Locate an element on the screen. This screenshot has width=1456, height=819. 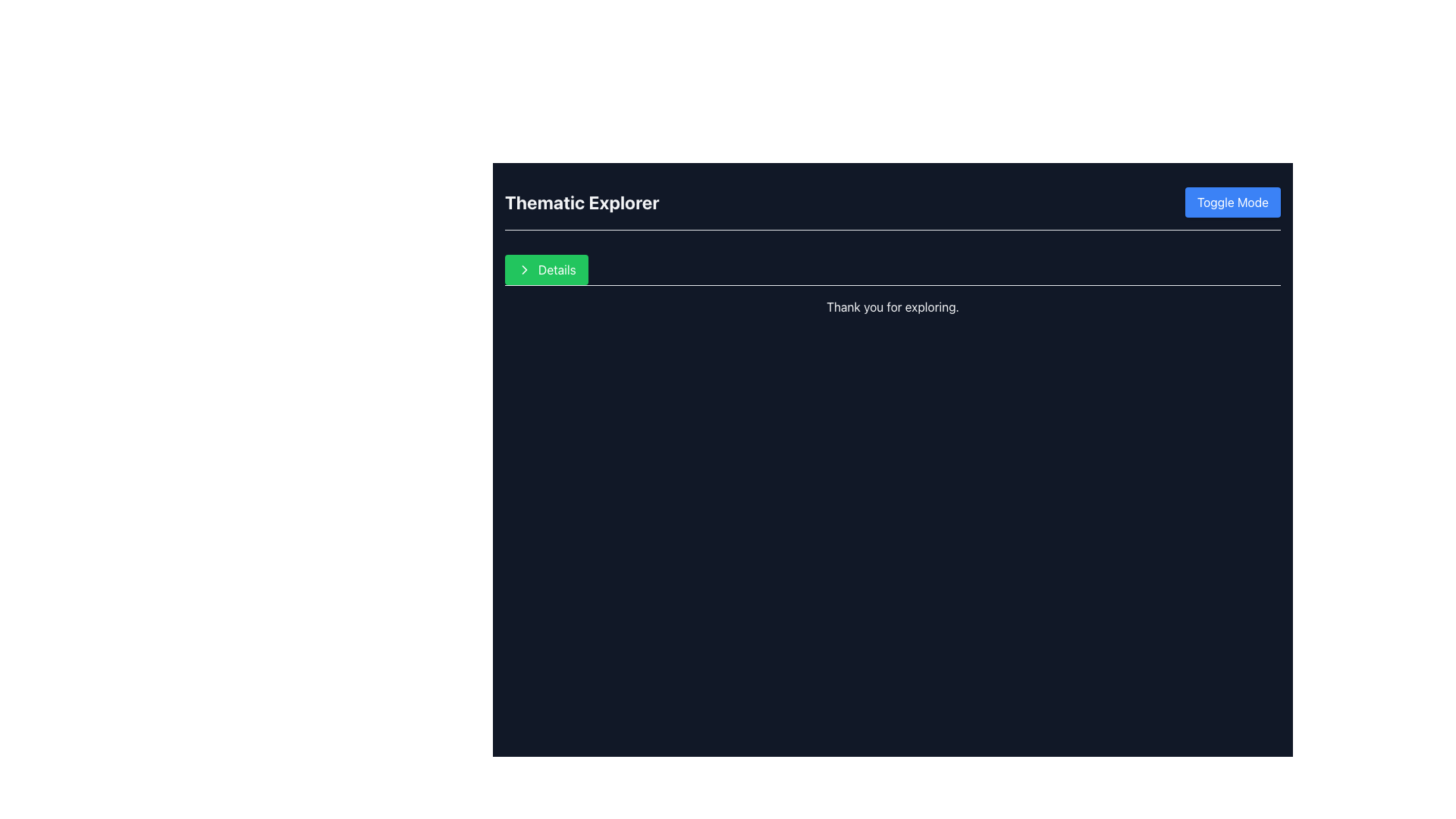
the chevron icon located to the left of the 'Details' button, which indicates further information or navigation is located at coordinates (524, 268).